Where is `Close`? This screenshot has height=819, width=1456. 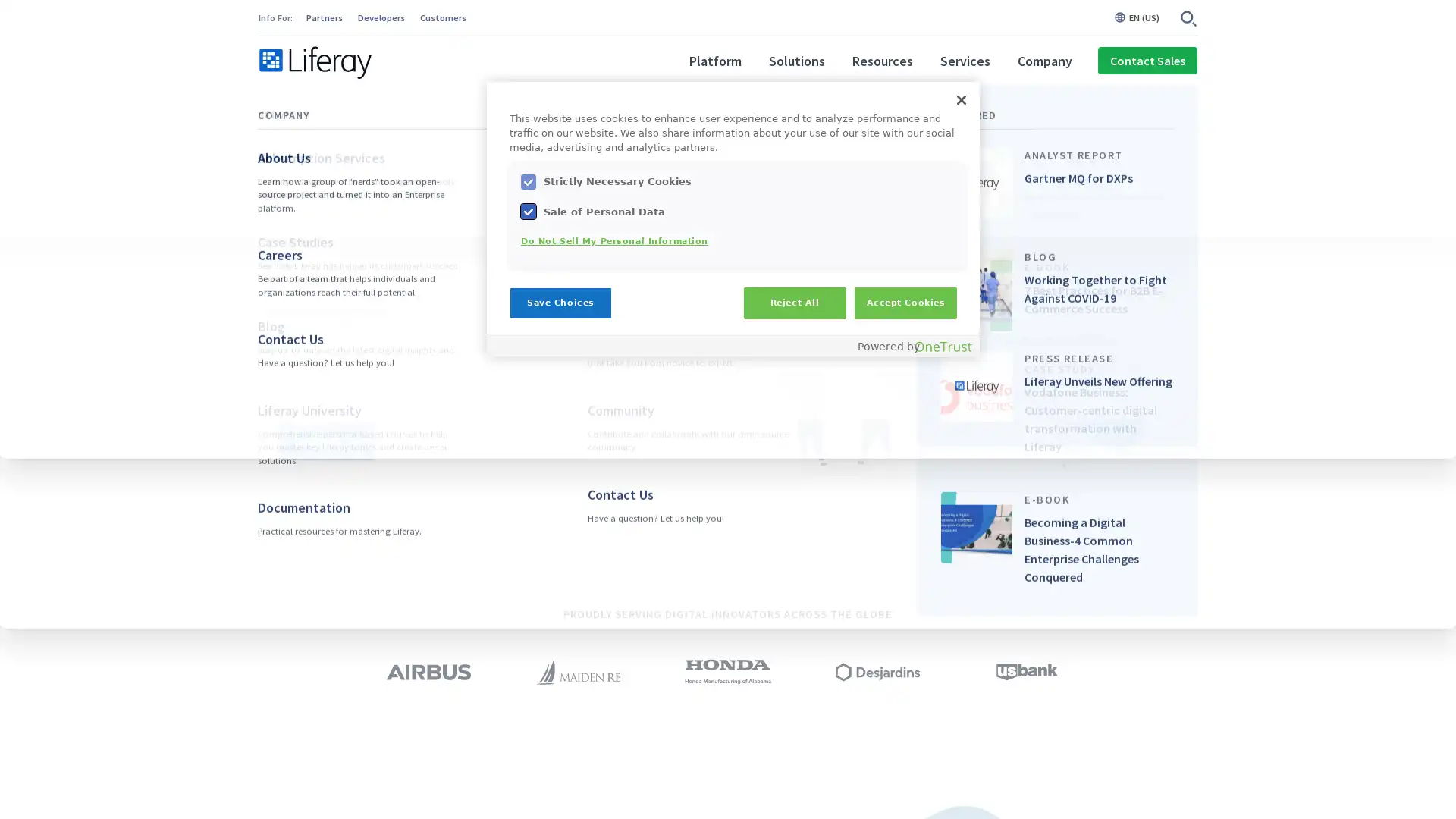 Close is located at coordinates (960, 99).